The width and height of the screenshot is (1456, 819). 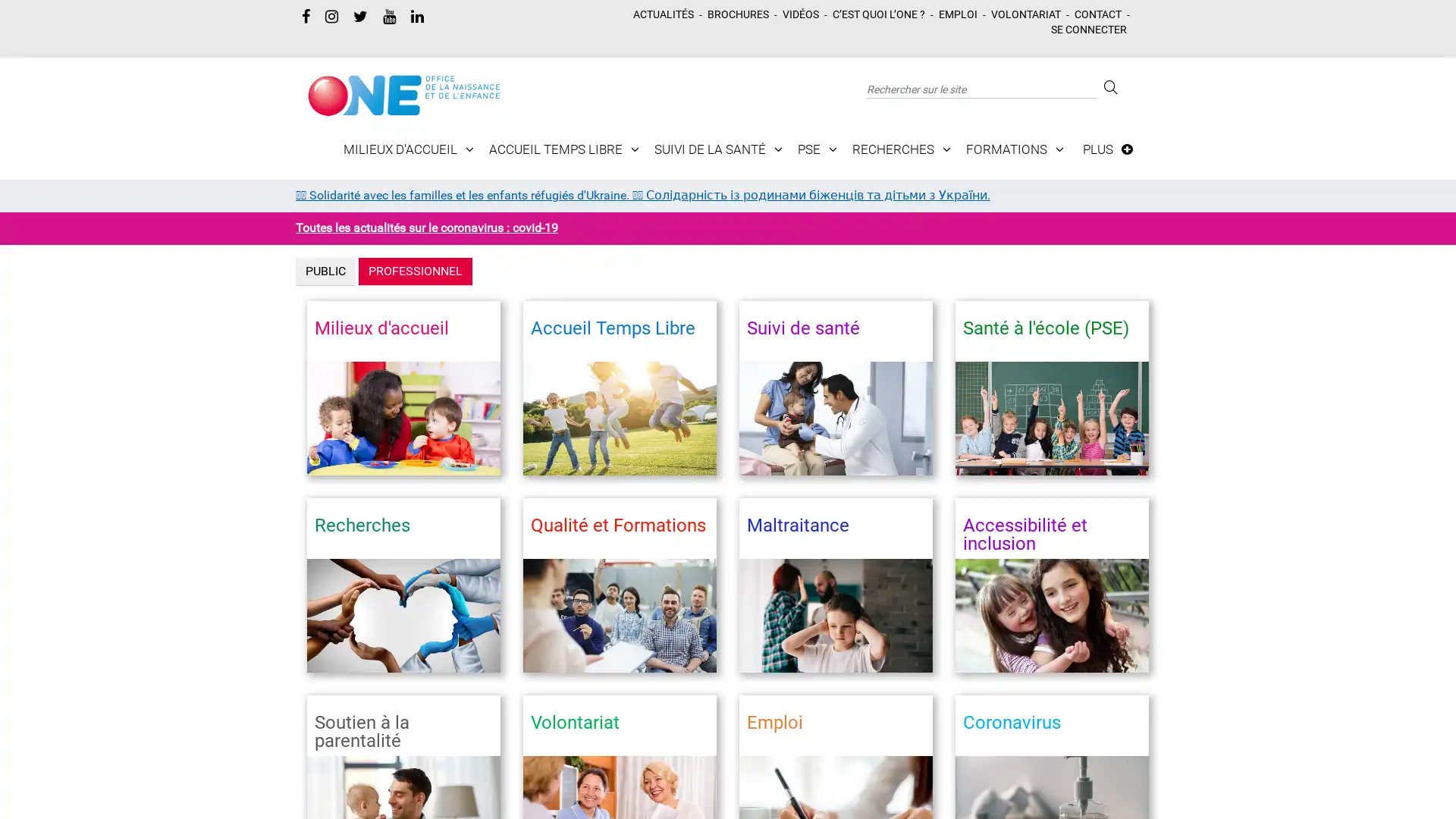 I want to click on Rechercher sur le site, so click(x=1109, y=87).